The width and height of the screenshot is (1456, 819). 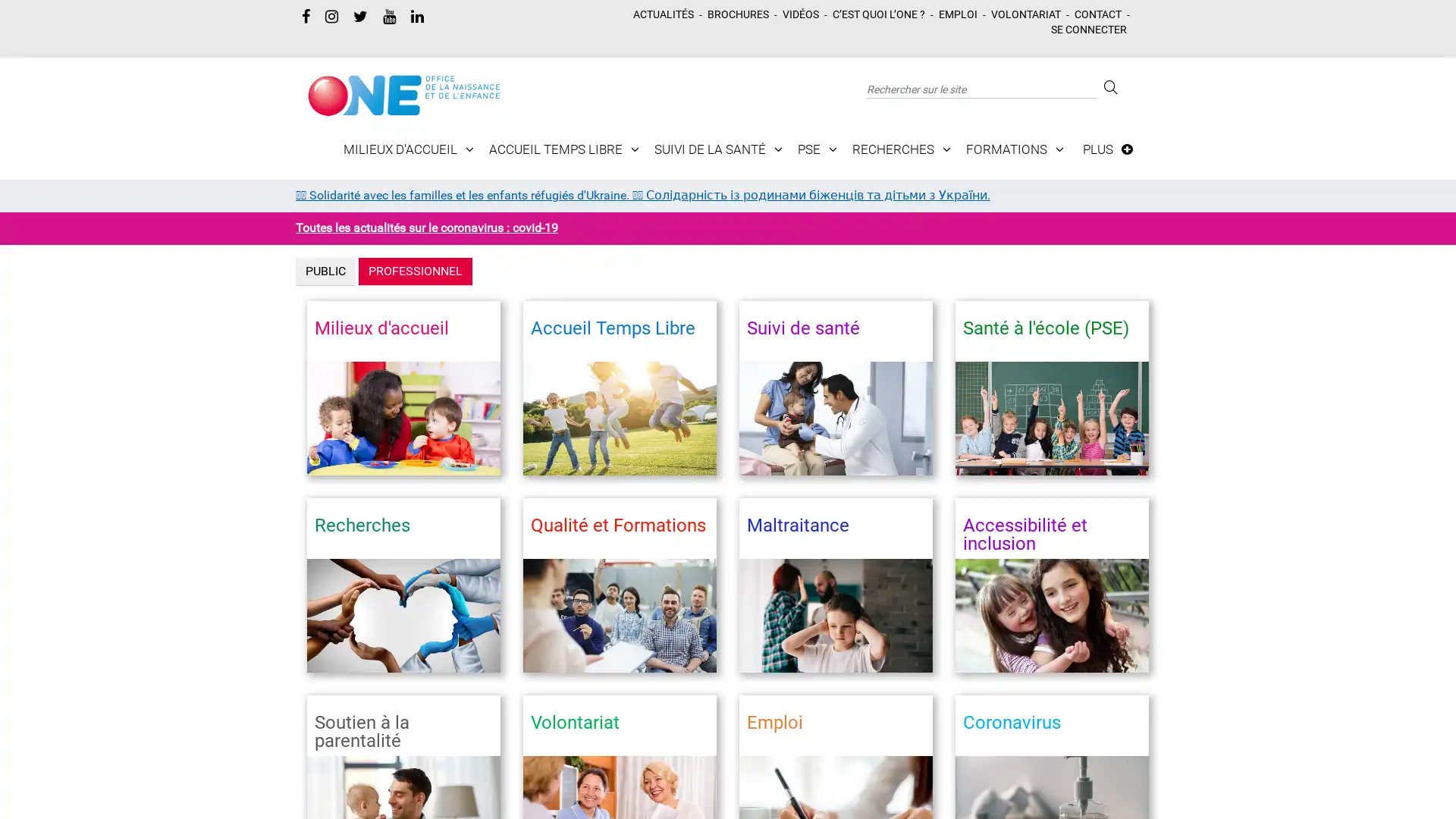 I want to click on Rechercher sur le site, so click(x=1109, y=87).